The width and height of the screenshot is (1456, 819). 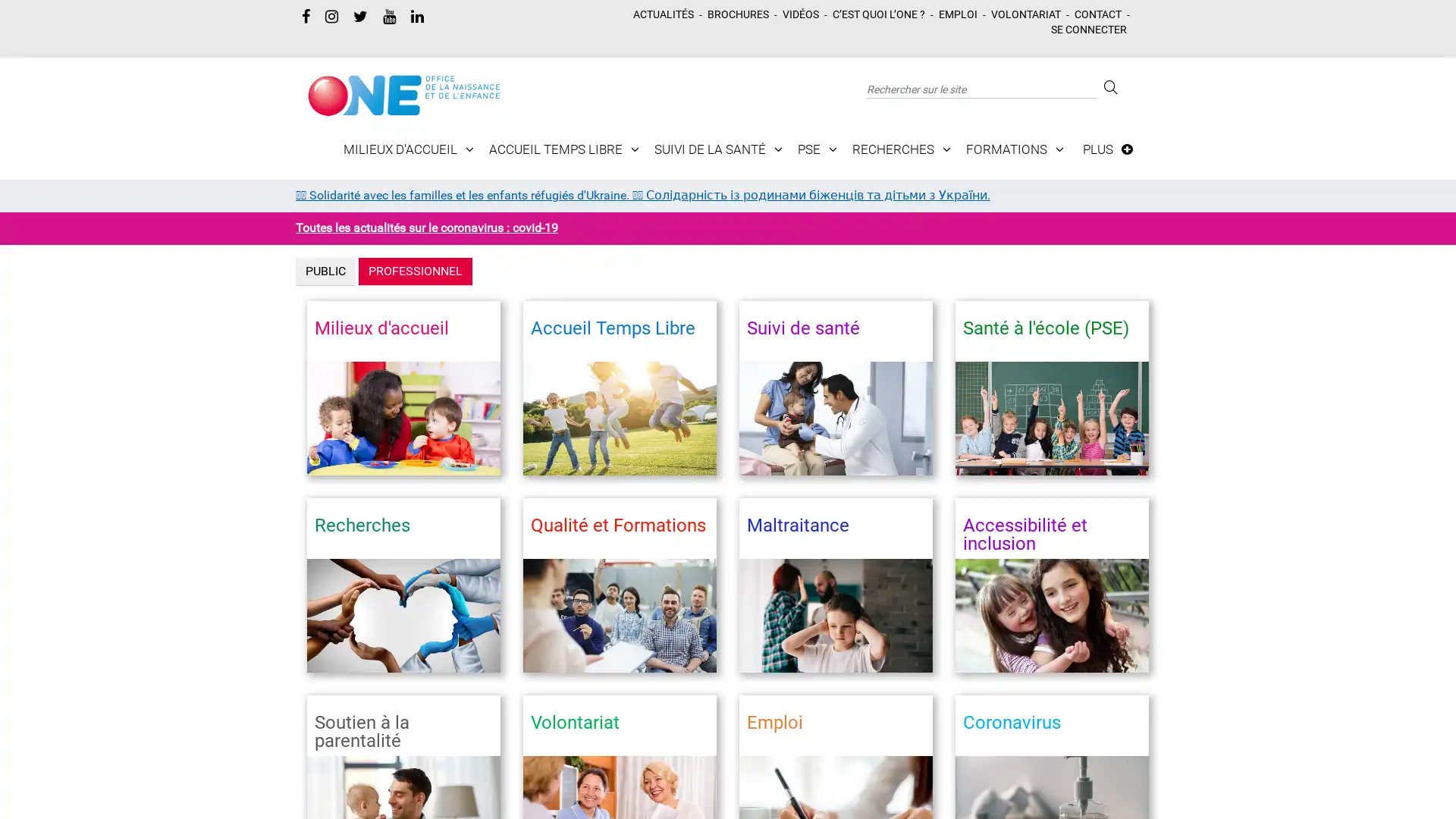 I want to click on Rechercher sur le site, so click(x=1109, y=87).